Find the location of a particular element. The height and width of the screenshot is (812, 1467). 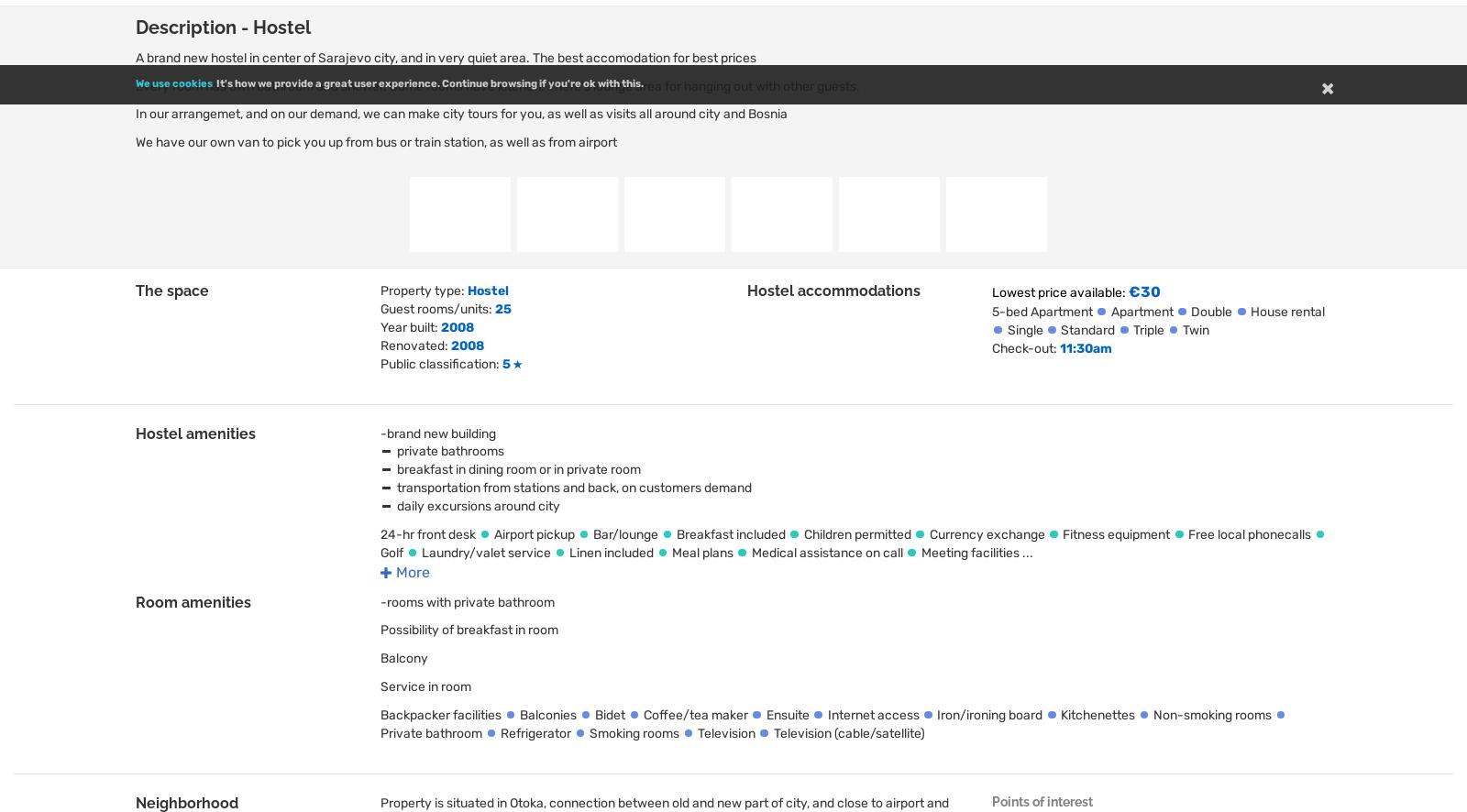

'Children permitted' is located at coordinates (855, 532).